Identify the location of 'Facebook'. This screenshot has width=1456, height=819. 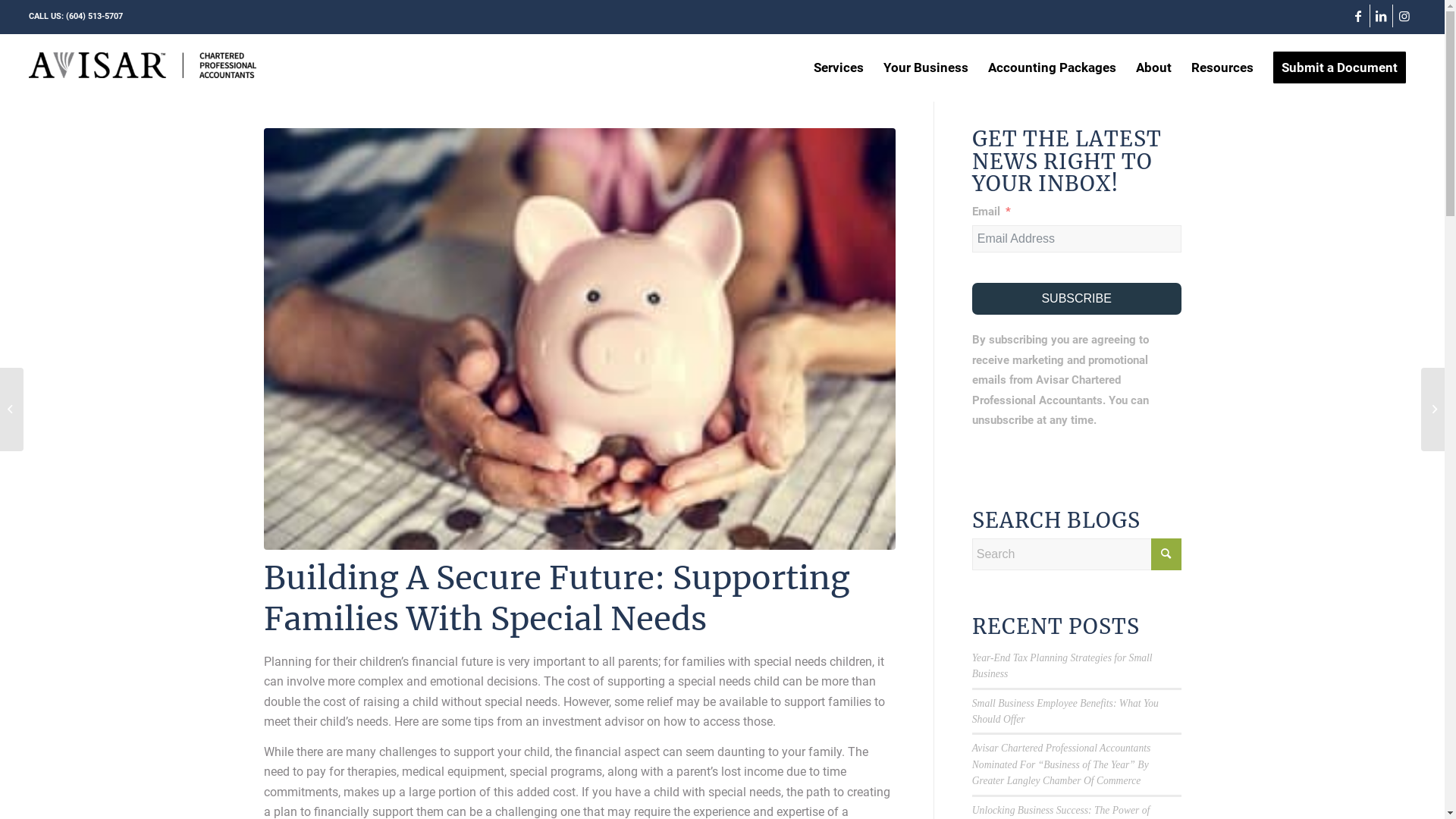
(1347, 15).